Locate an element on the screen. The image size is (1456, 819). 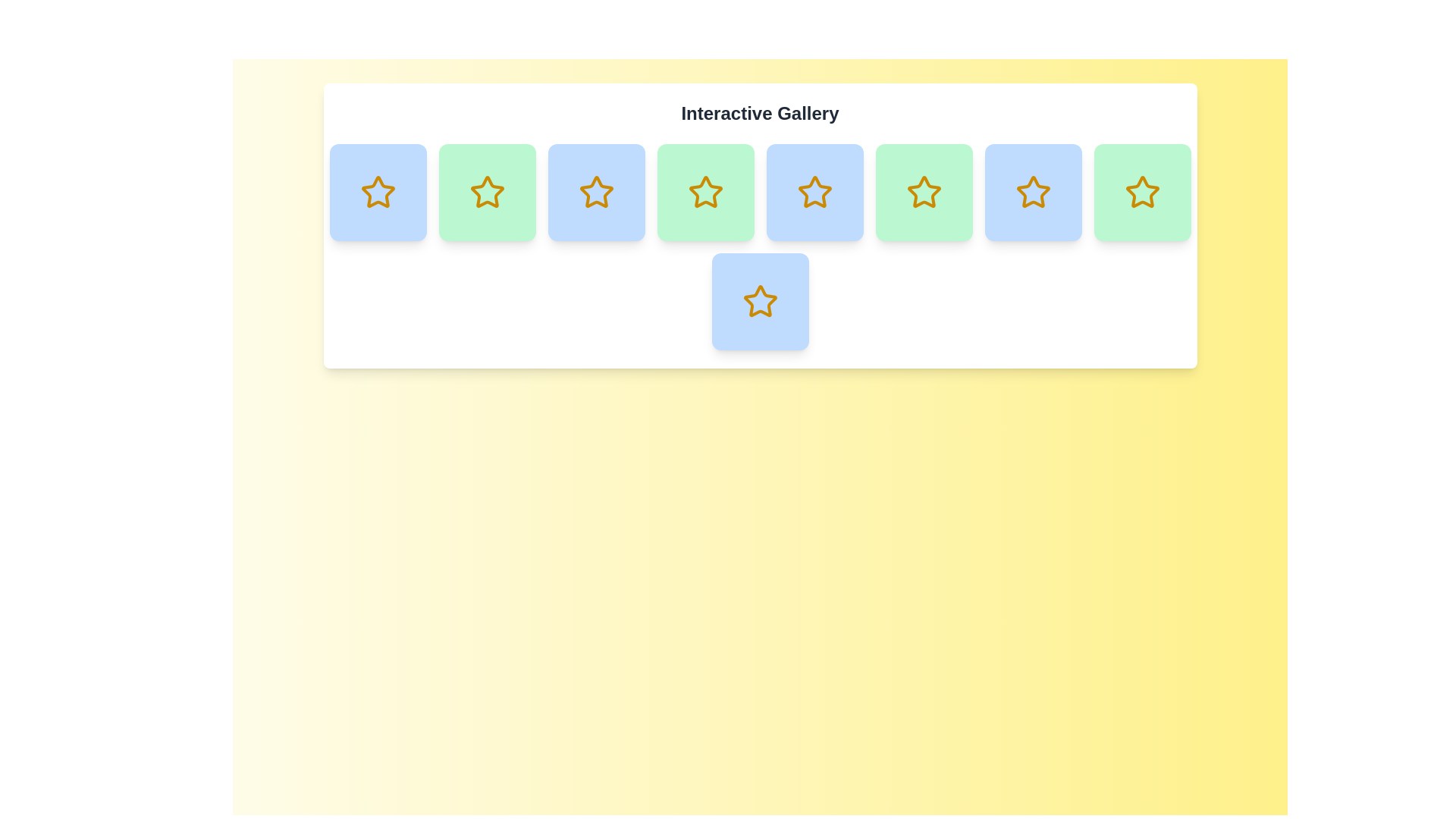
the sixth button from the left, which is a square button with rounded edges, a light green background, and a prominent yellow star icon centered within it is located at coordinates (923, 192).